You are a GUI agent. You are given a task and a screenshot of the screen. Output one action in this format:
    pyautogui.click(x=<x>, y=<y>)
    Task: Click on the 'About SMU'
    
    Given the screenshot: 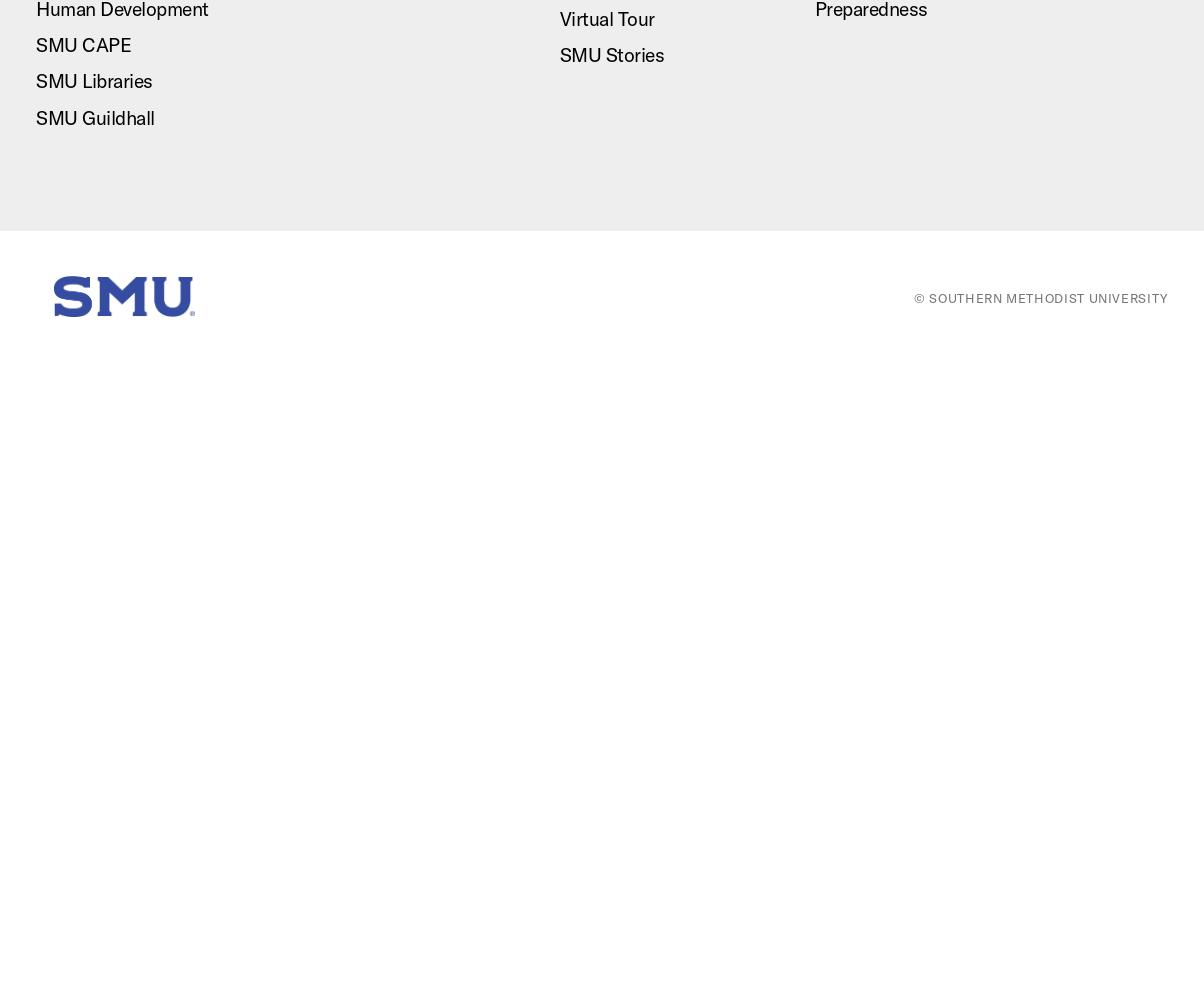 What is the action you would take?
    pyautogui.click(x=663, y=340)
    